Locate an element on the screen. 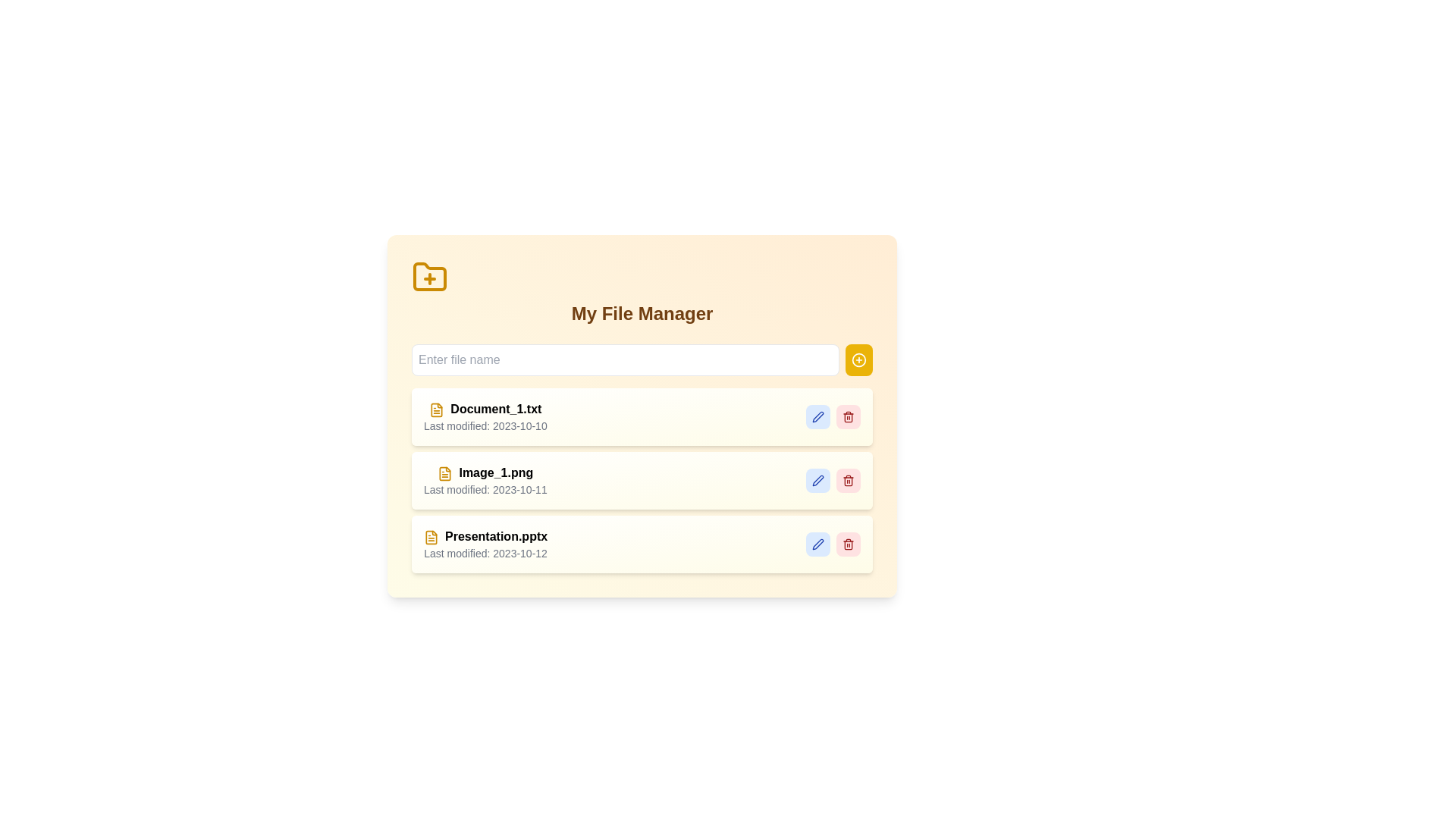  the edit button located in the third row of the file list for 'Presentation.pptx', which allows users is located at coordinates (817, 543).